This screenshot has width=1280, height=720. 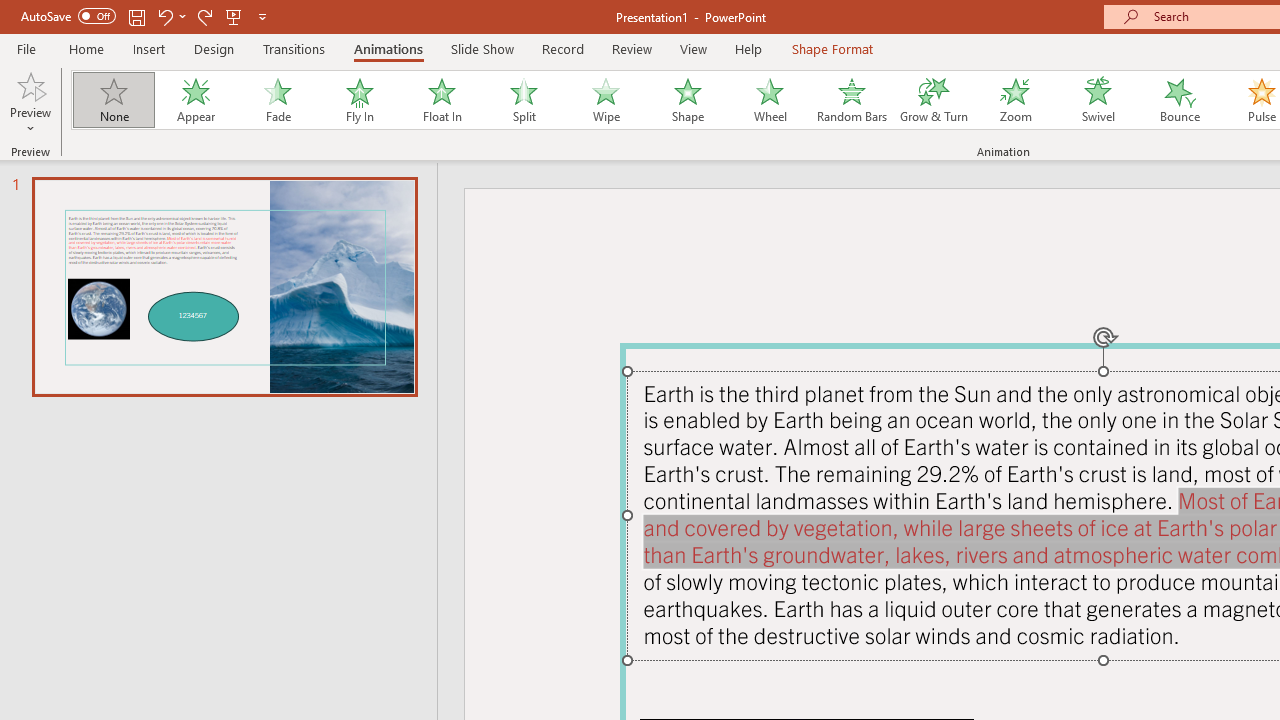 What do you see at coordinates (1180, 100) in the screenshot?
I see `'Bounce'` at bounding box center [1180, 100].